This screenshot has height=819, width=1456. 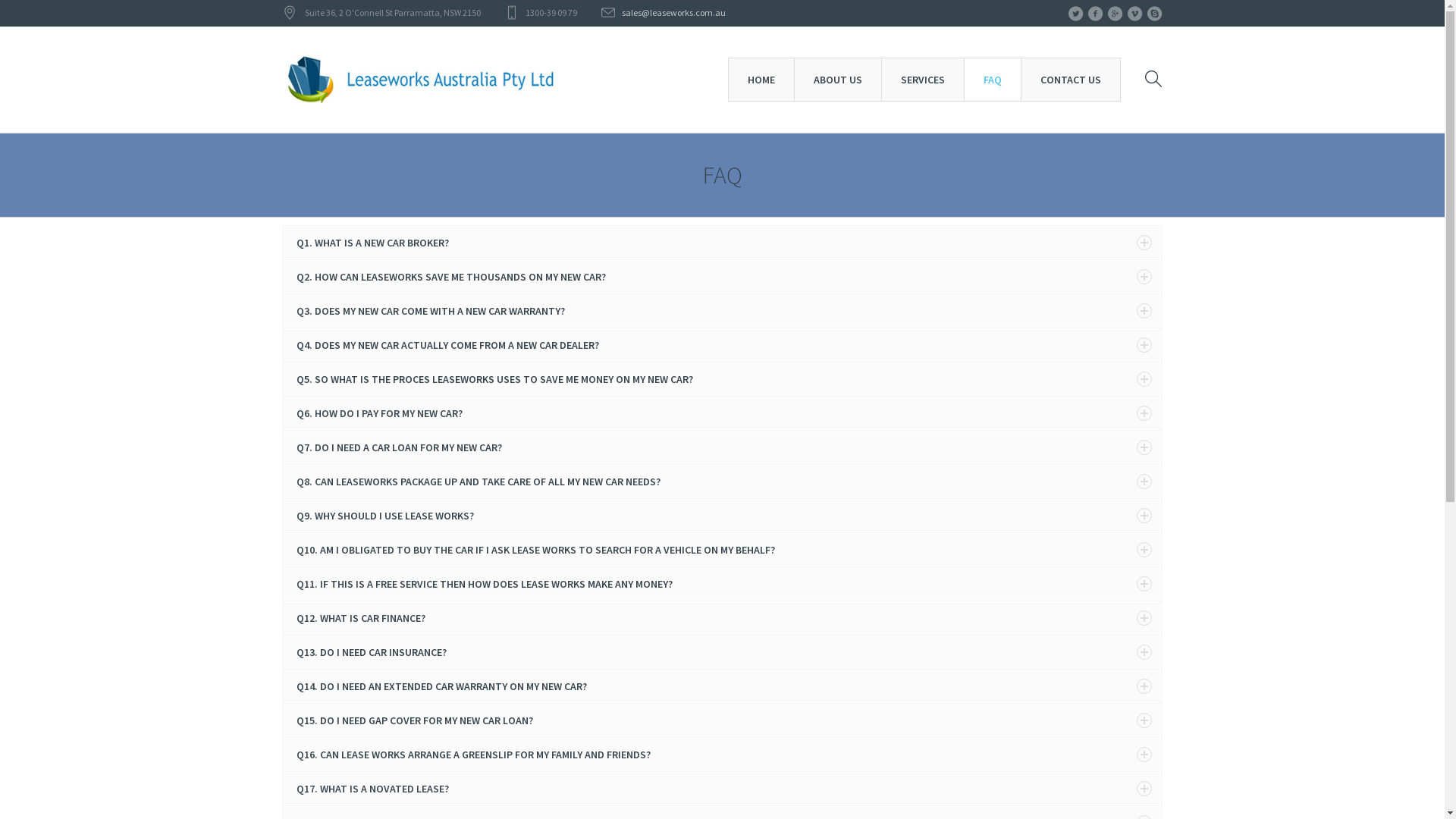 What do you see at coordinates (761, 79) in the screenshot?
I see `'HOME'` at bounding box center [761, 79].